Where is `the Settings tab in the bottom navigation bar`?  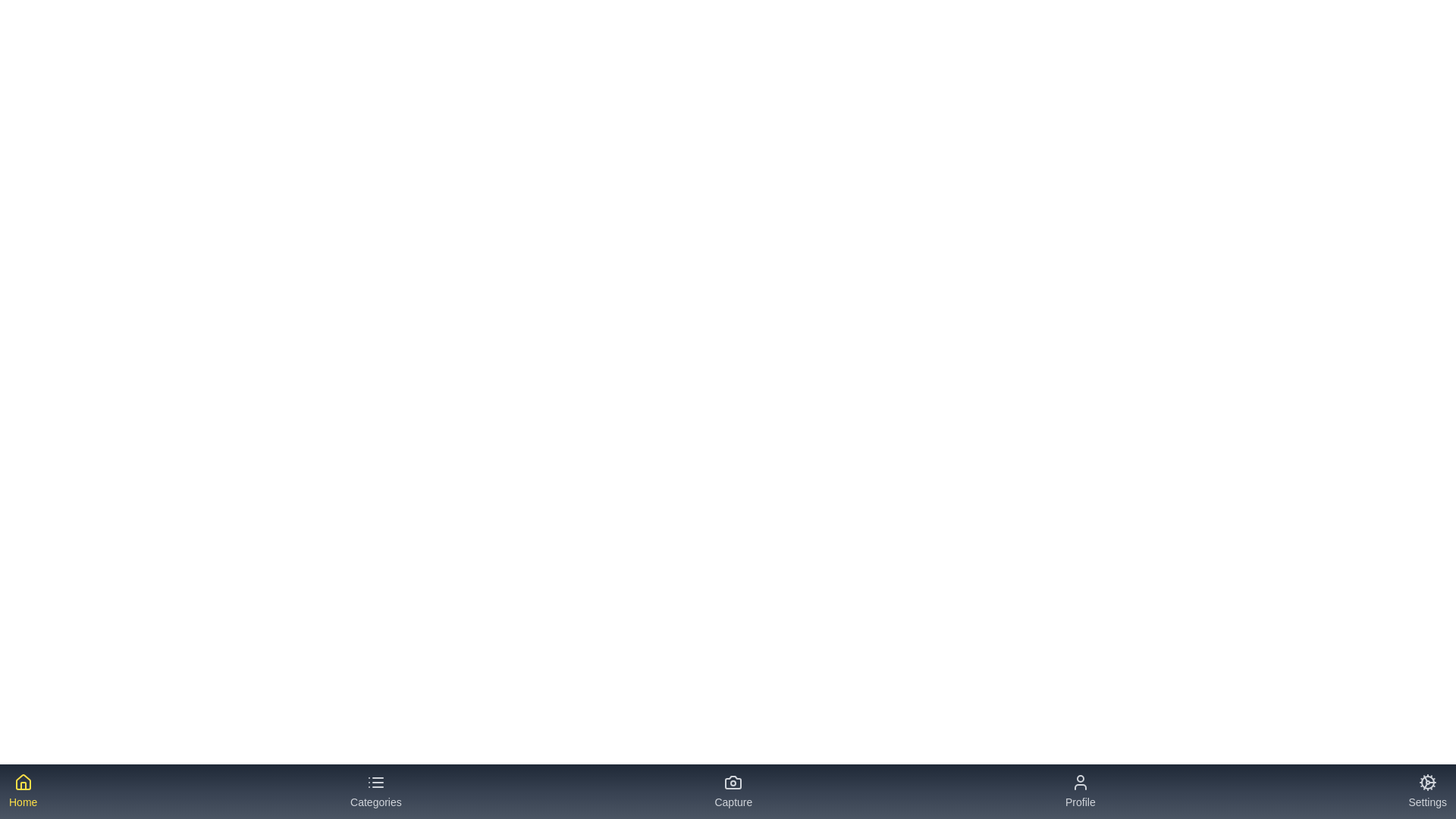
the Settings tab in the bottom navigation bar is located at coordinates (1426, 791).